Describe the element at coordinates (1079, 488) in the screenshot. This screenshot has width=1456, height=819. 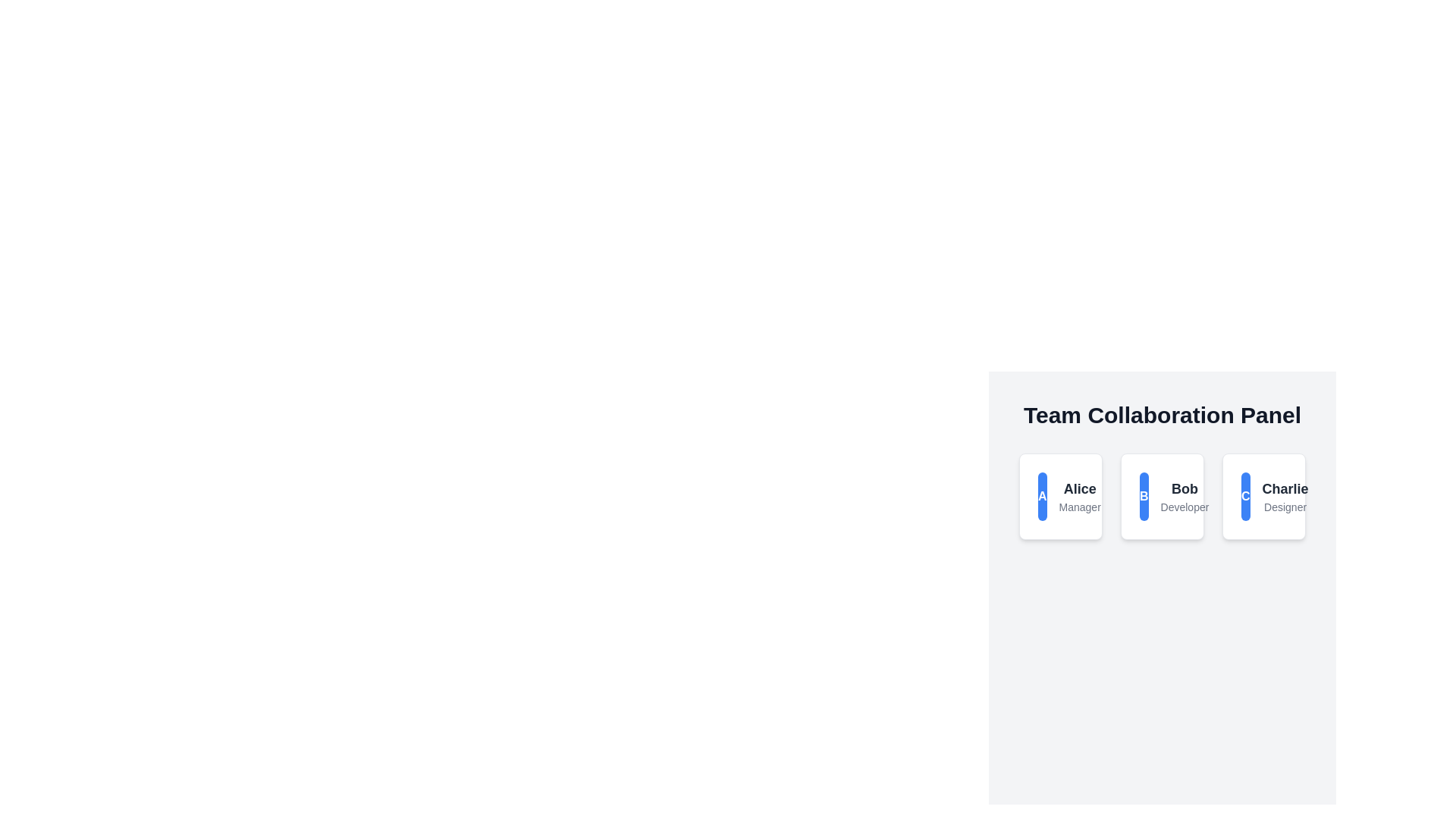
I see `the static text display element representing the individual named 'Alice' in the team collaboration interface` at that location.